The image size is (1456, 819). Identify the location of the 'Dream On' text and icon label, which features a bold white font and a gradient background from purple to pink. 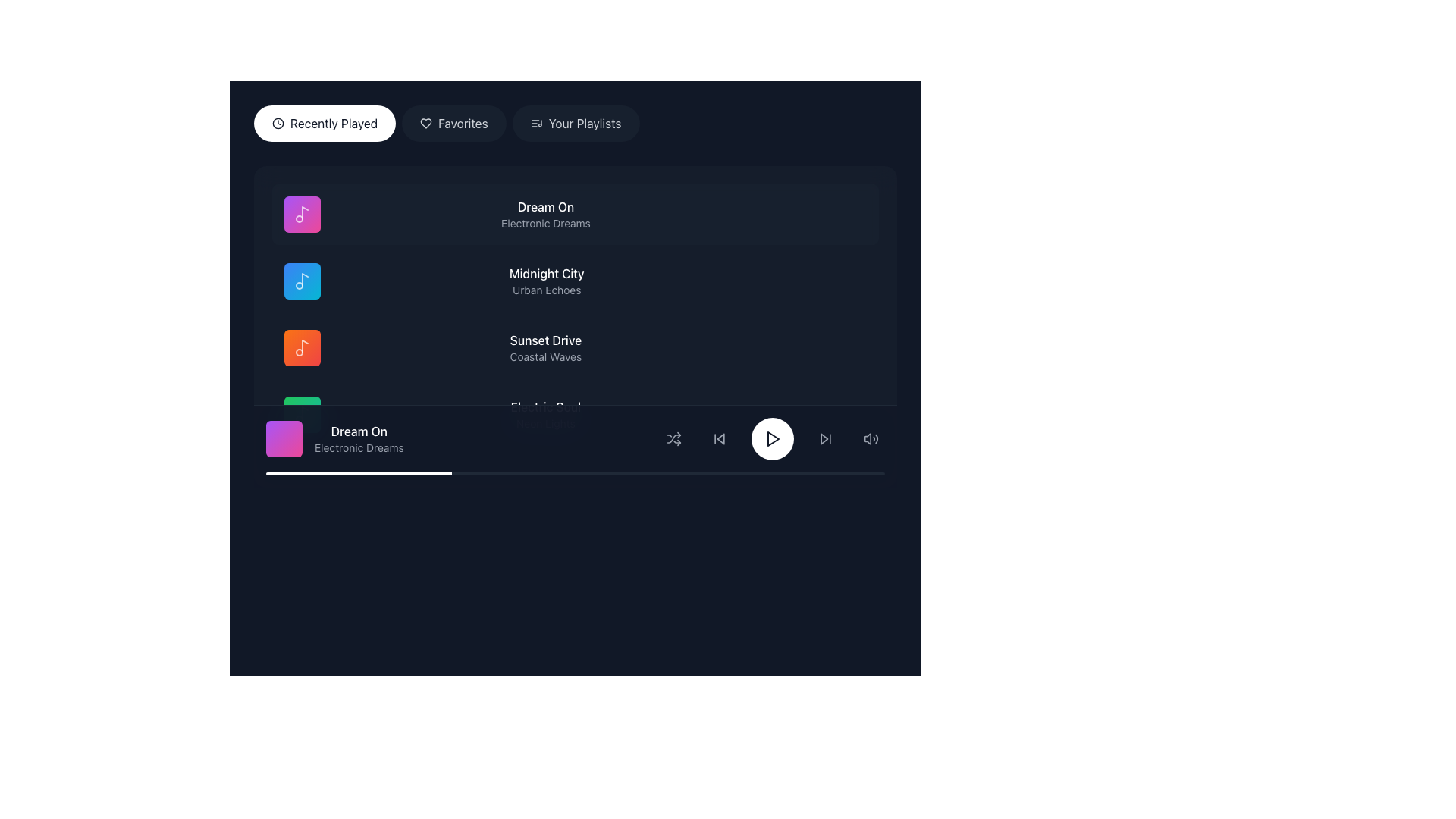
(334, 438).